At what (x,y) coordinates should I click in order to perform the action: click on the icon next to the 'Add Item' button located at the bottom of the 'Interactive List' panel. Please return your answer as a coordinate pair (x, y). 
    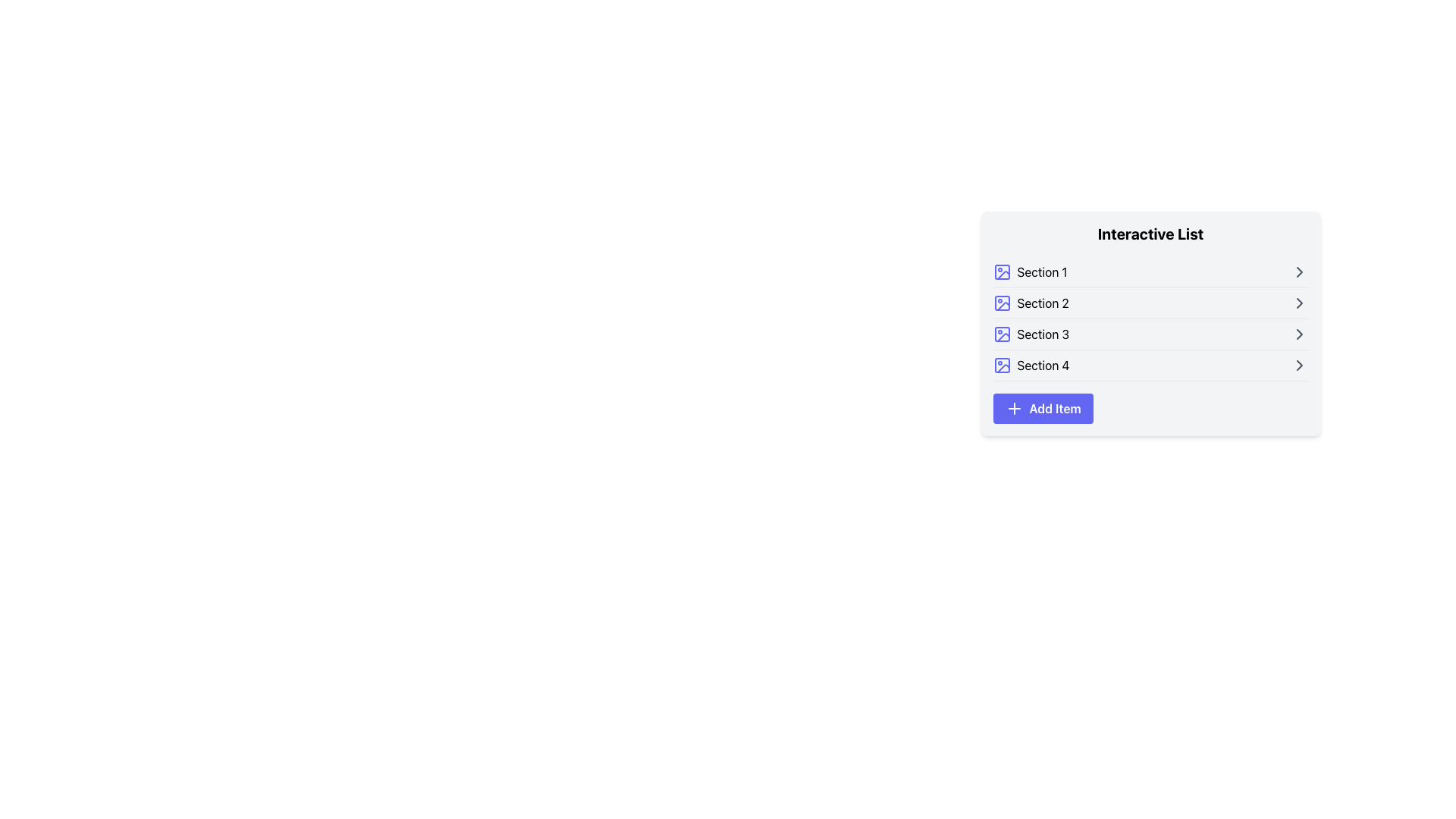
    Looking at the image, I should click on (1014, 408).